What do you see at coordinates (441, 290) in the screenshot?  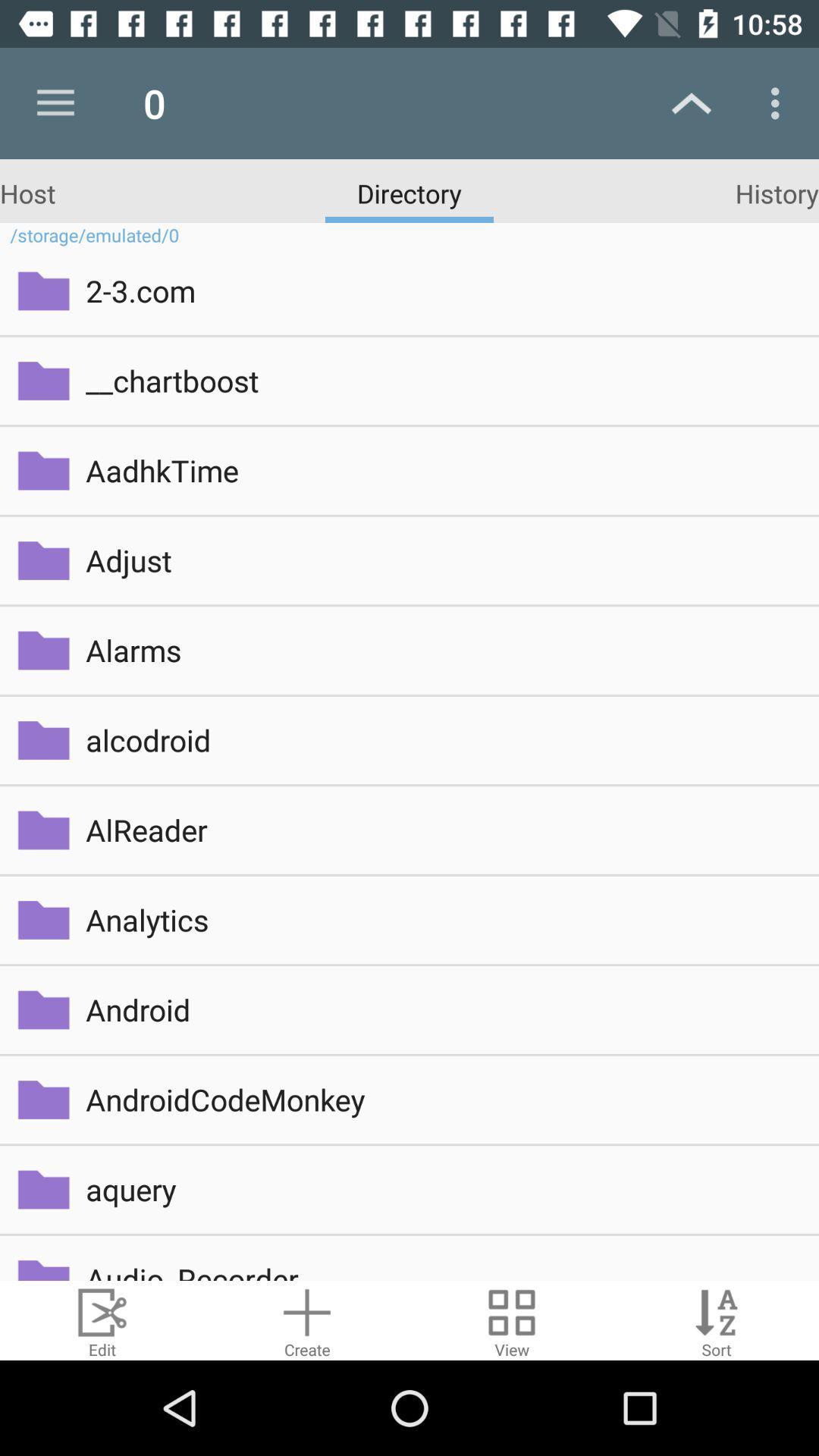 I see `the 2-3.com item` at bounding box center [441, 290].